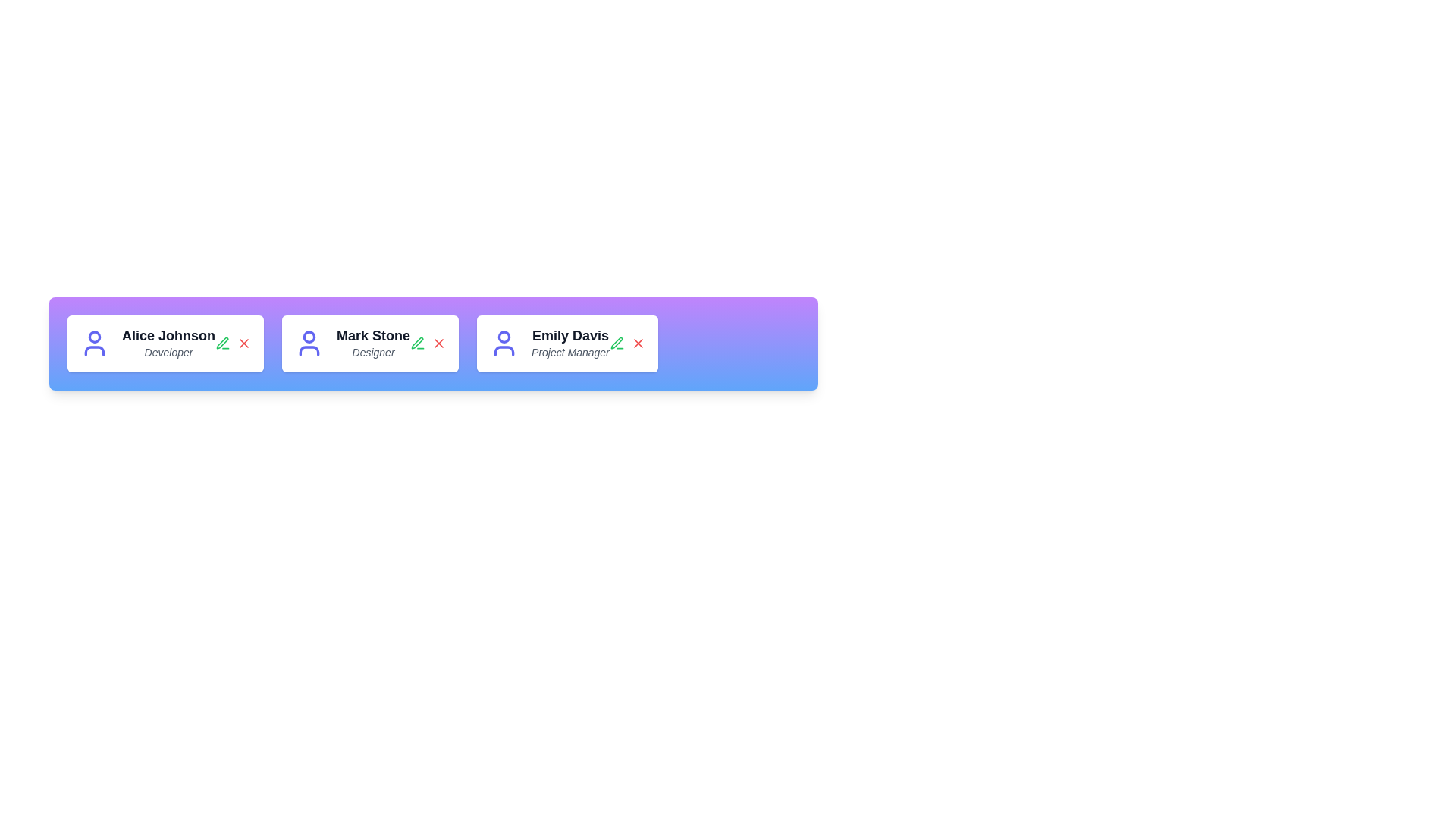  I want to click on edit icon for the profile card of Emily Davis, so click(617, 344).